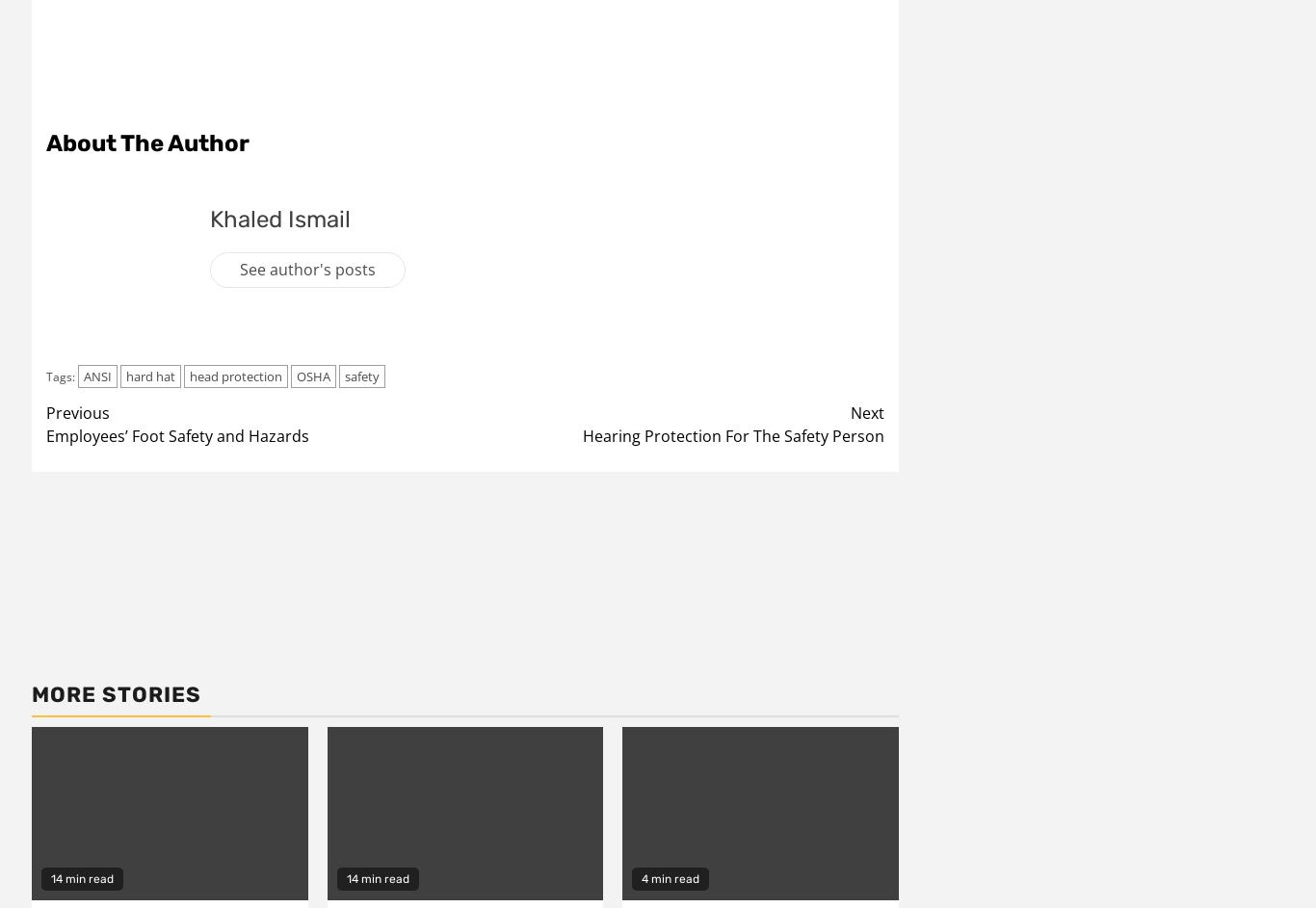 Image resolution: width=1316 pixels, height=908 pixels. Describe the element at coordinates (124, 375) in the screenshot. I see `'hard hat'` at that location.